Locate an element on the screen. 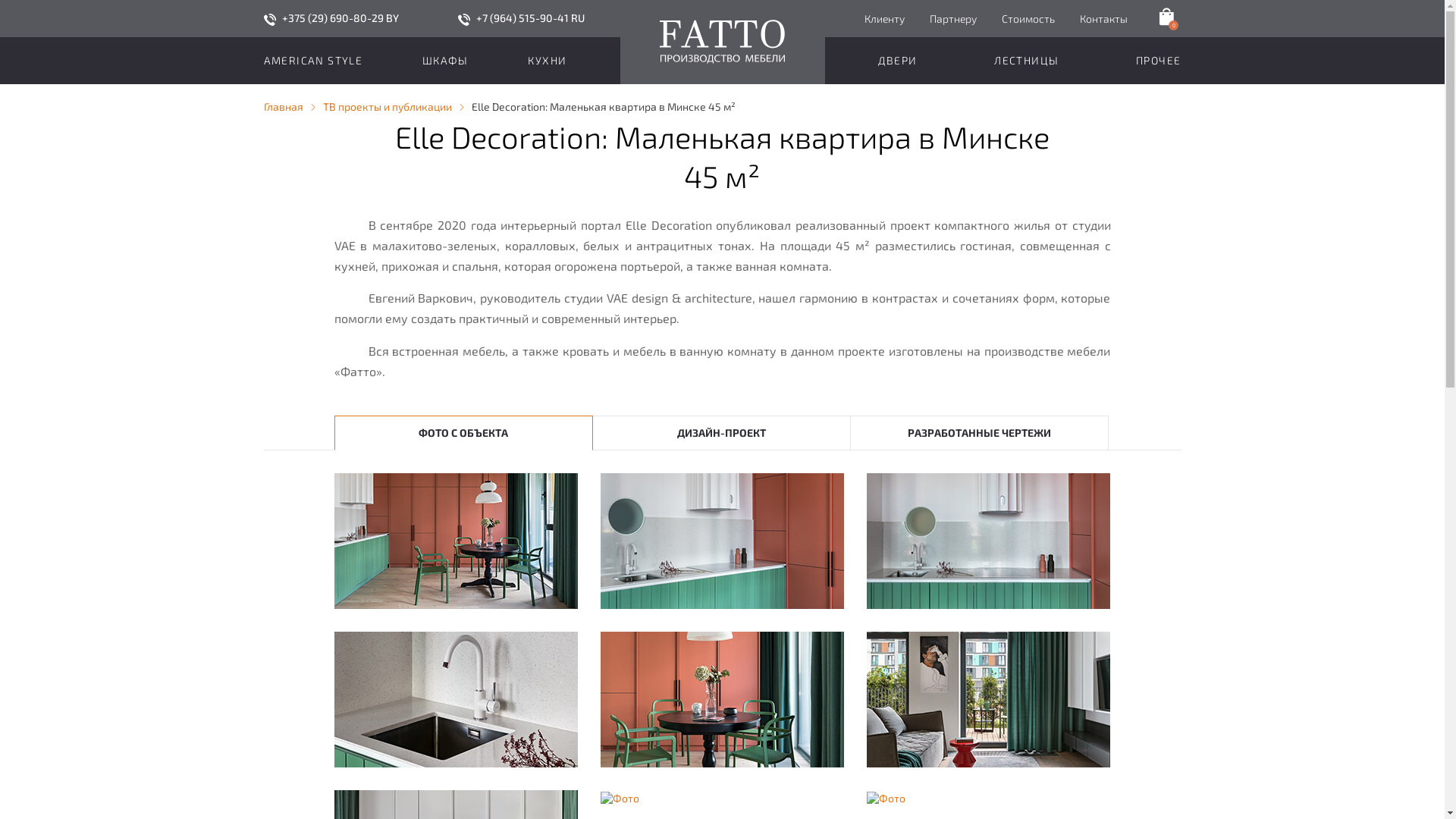 The width and height of the screenshot is (1456, 819). '0' is located at coordinates (1164, 17).